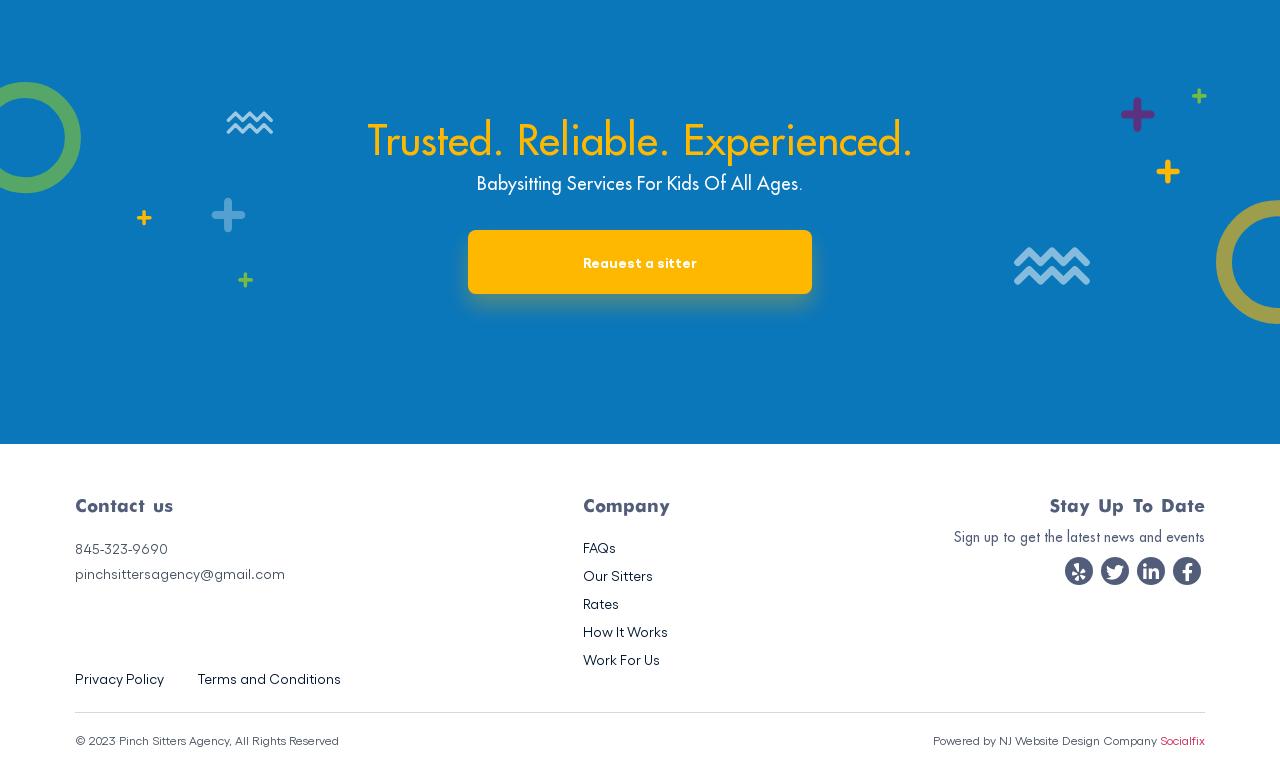 This screenshot has width=1280, height=766. What do you see at coordinates (118, 678) in the screenshot?
I see `'Privacy Policy'` at bounding box center [118, 678].